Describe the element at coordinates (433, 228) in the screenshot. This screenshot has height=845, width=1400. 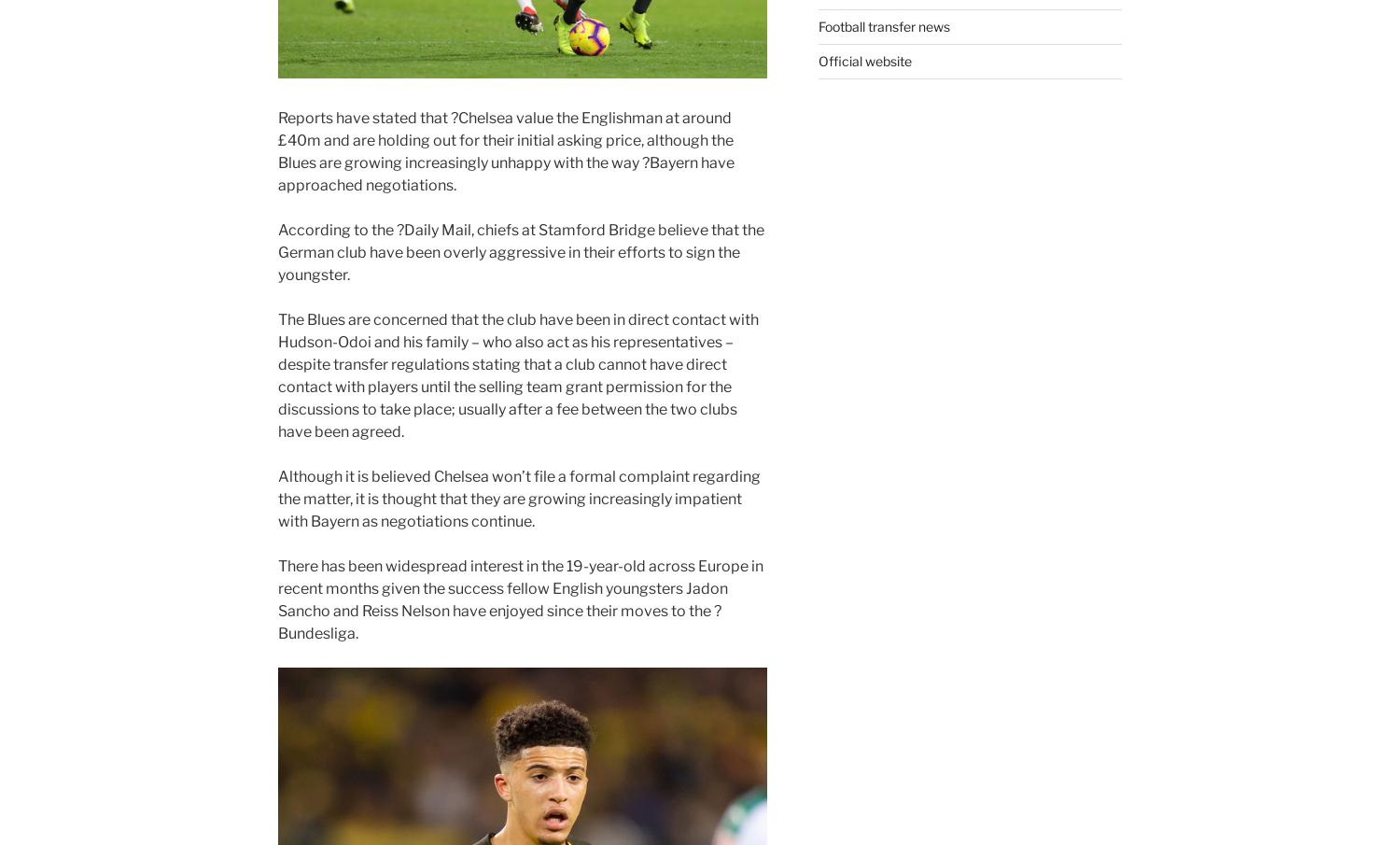
I see `'?Daily Mail'` at that location.